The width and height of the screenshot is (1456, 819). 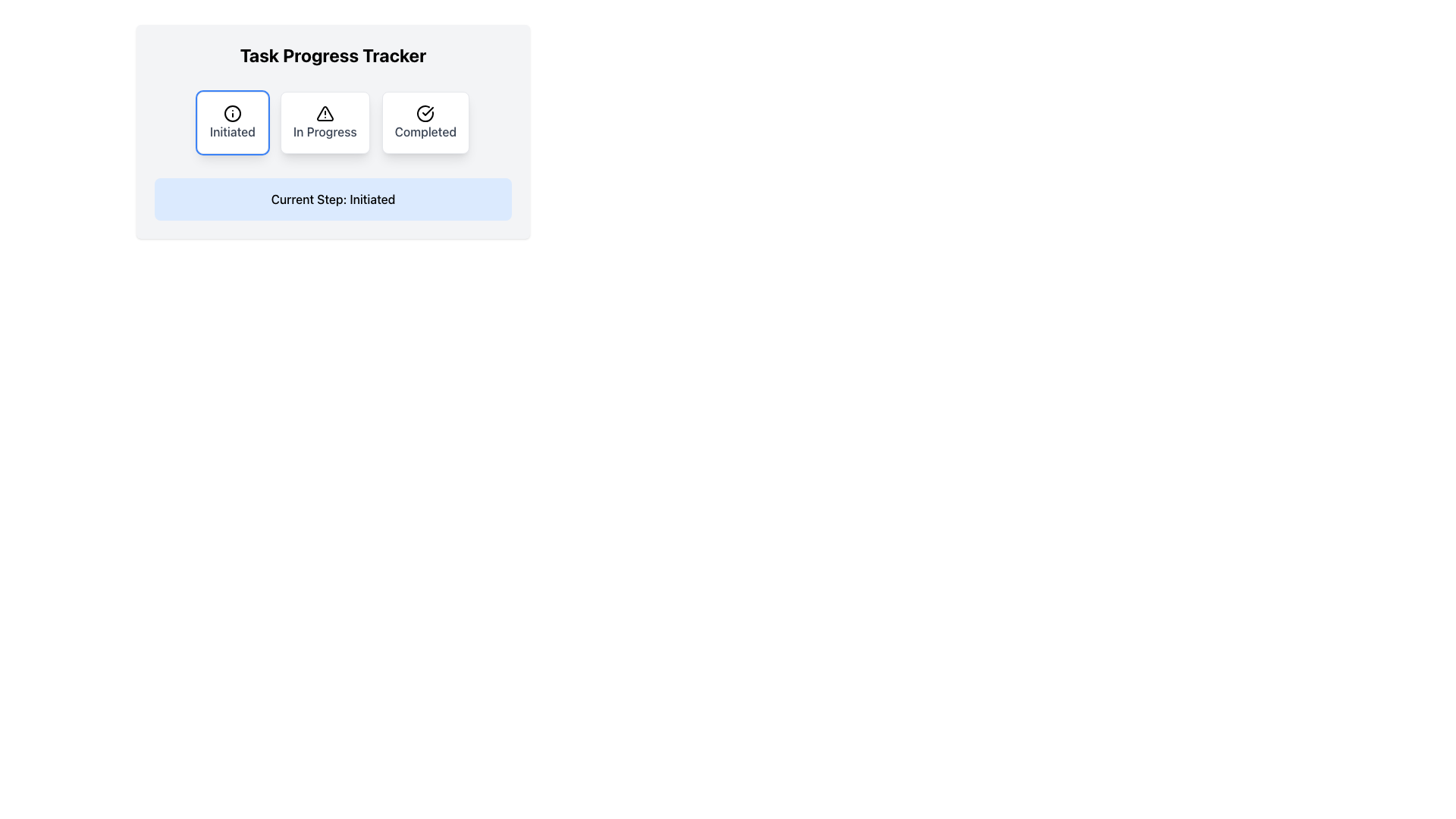 I want to click on the completion status icon positioned to the right of three status indicators in the 'Task Progress Tracker' interface, directly above the text 'Completed', so click(x=425, y=113).